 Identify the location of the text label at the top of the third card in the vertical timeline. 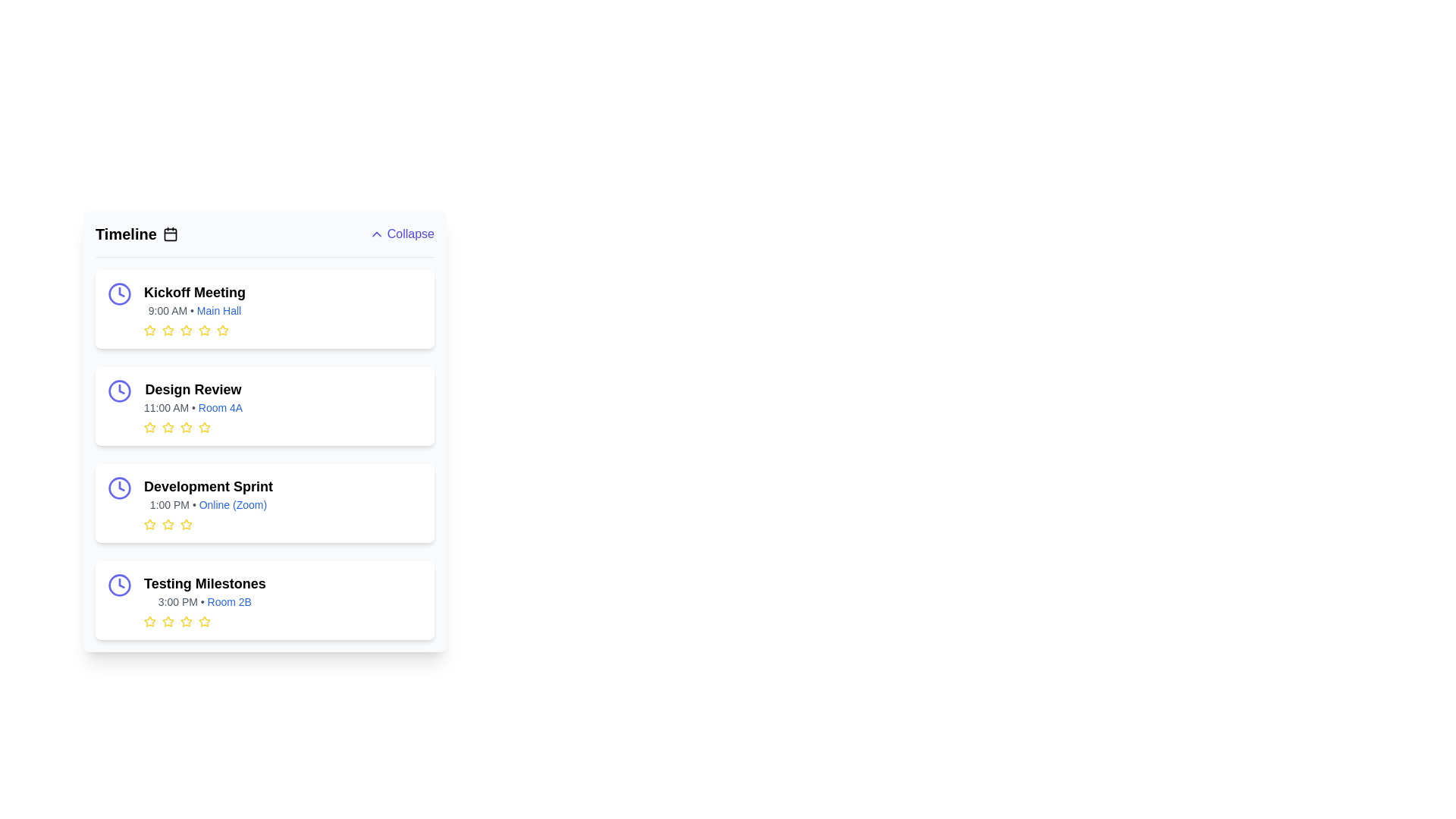
(207, 486).